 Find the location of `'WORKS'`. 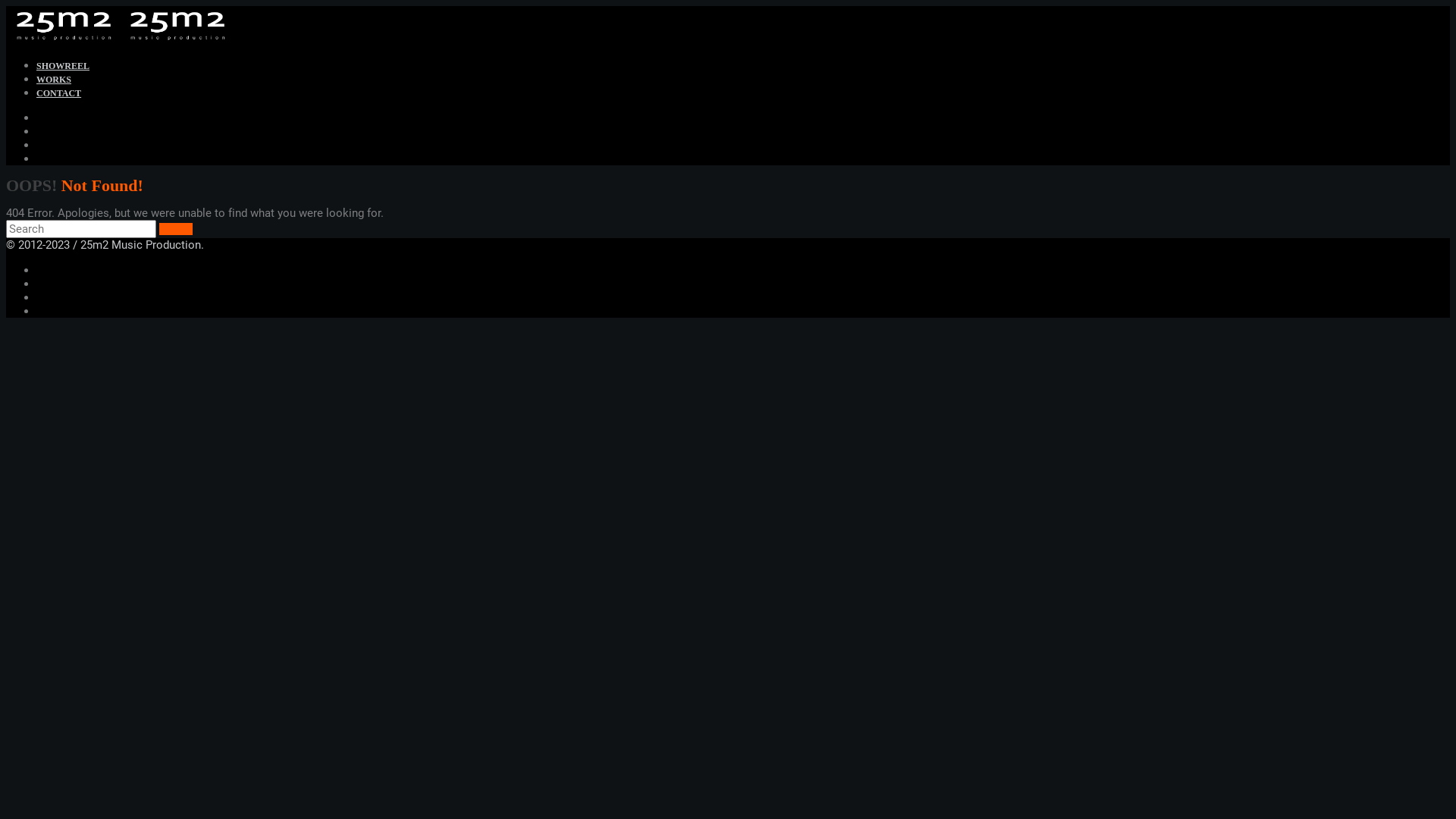

'WORKS' is located at coordinates (54, 79).